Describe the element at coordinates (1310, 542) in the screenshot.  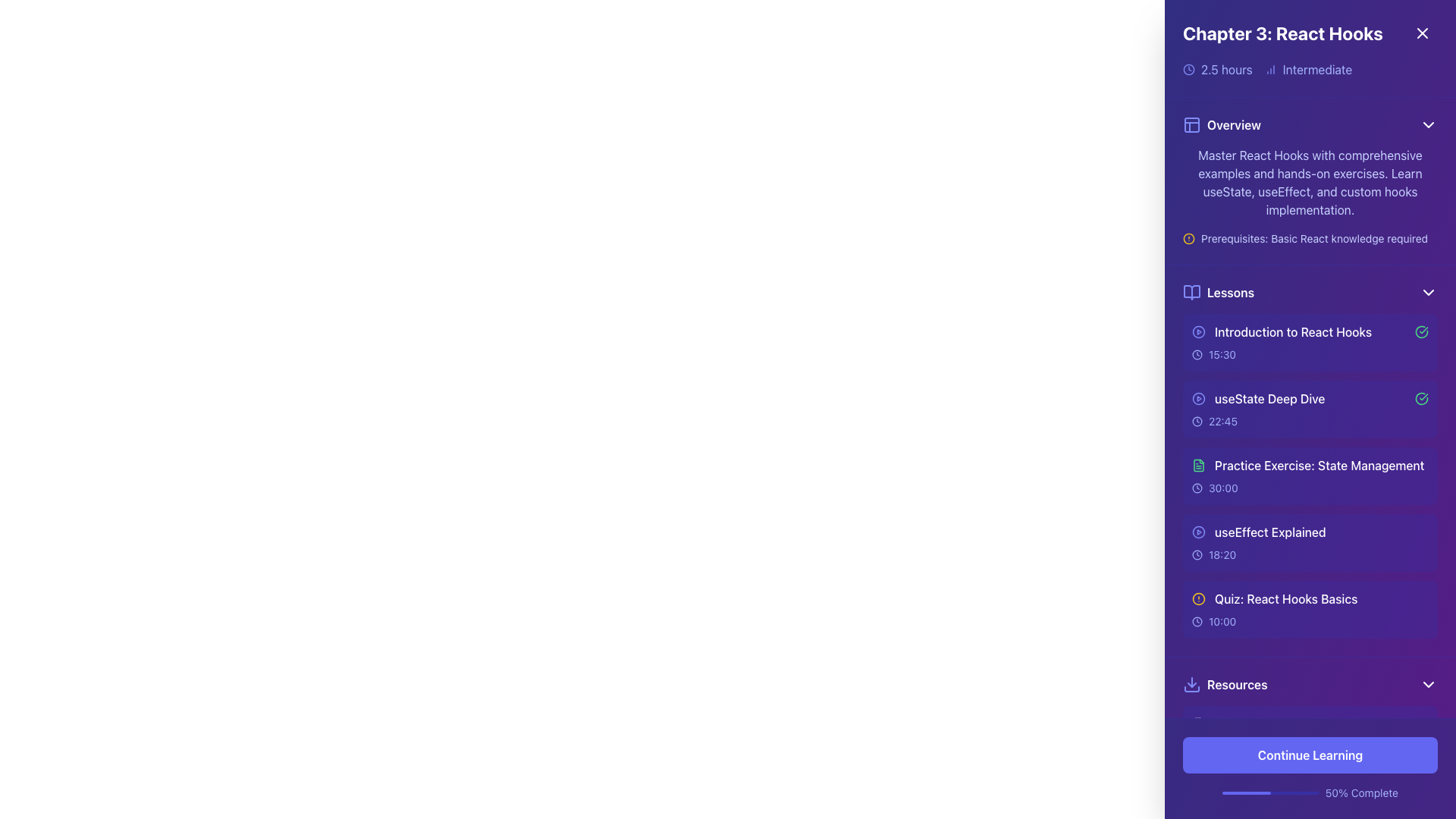
I see `the lesson item titled 'useEffect Explained' in the sidebar` at that location.